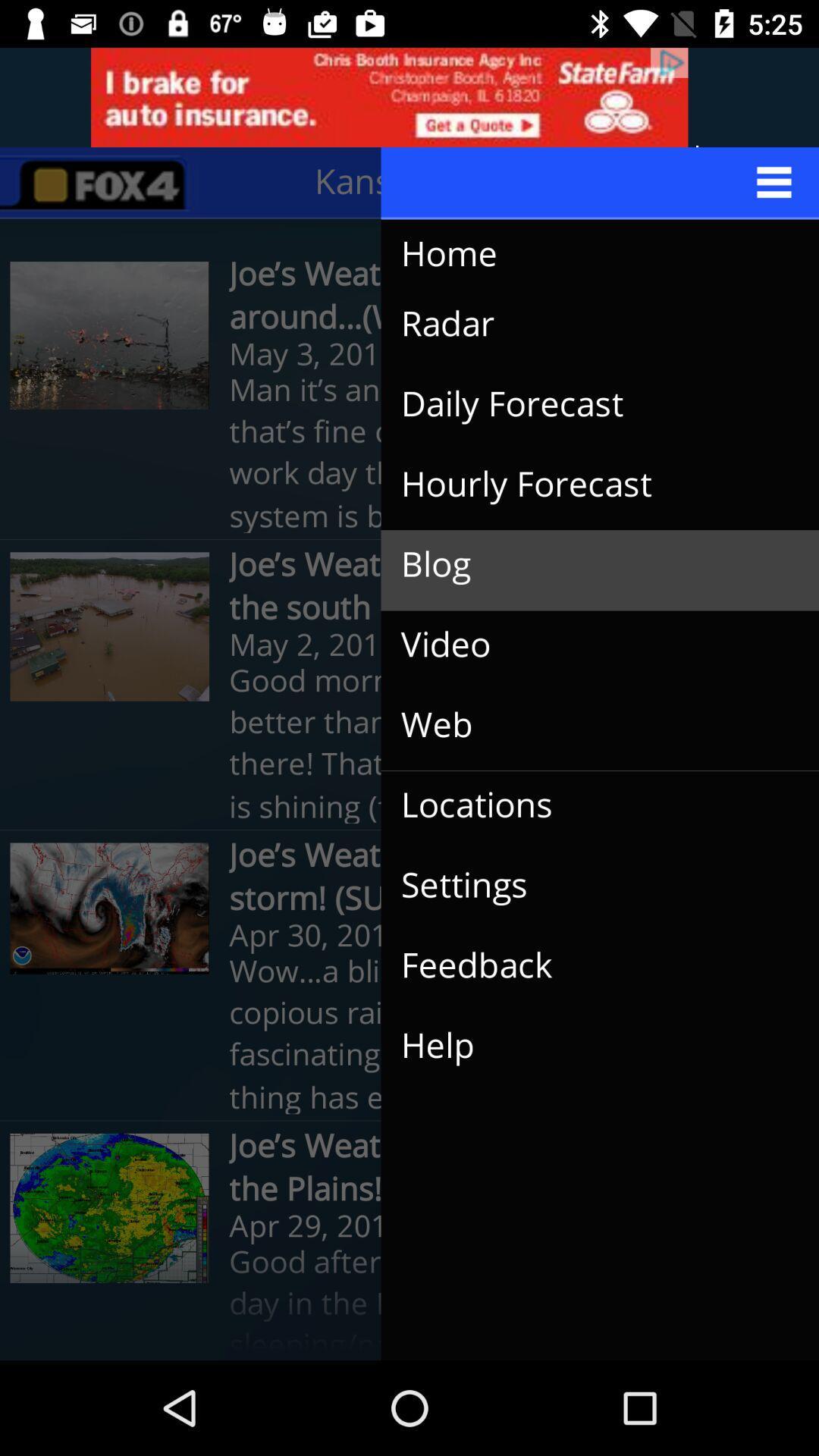 The width and height of the screenshot is (819, 1456). Describe the element at coordinates (587, 724) in the screenshot. I see `the web` at that location.